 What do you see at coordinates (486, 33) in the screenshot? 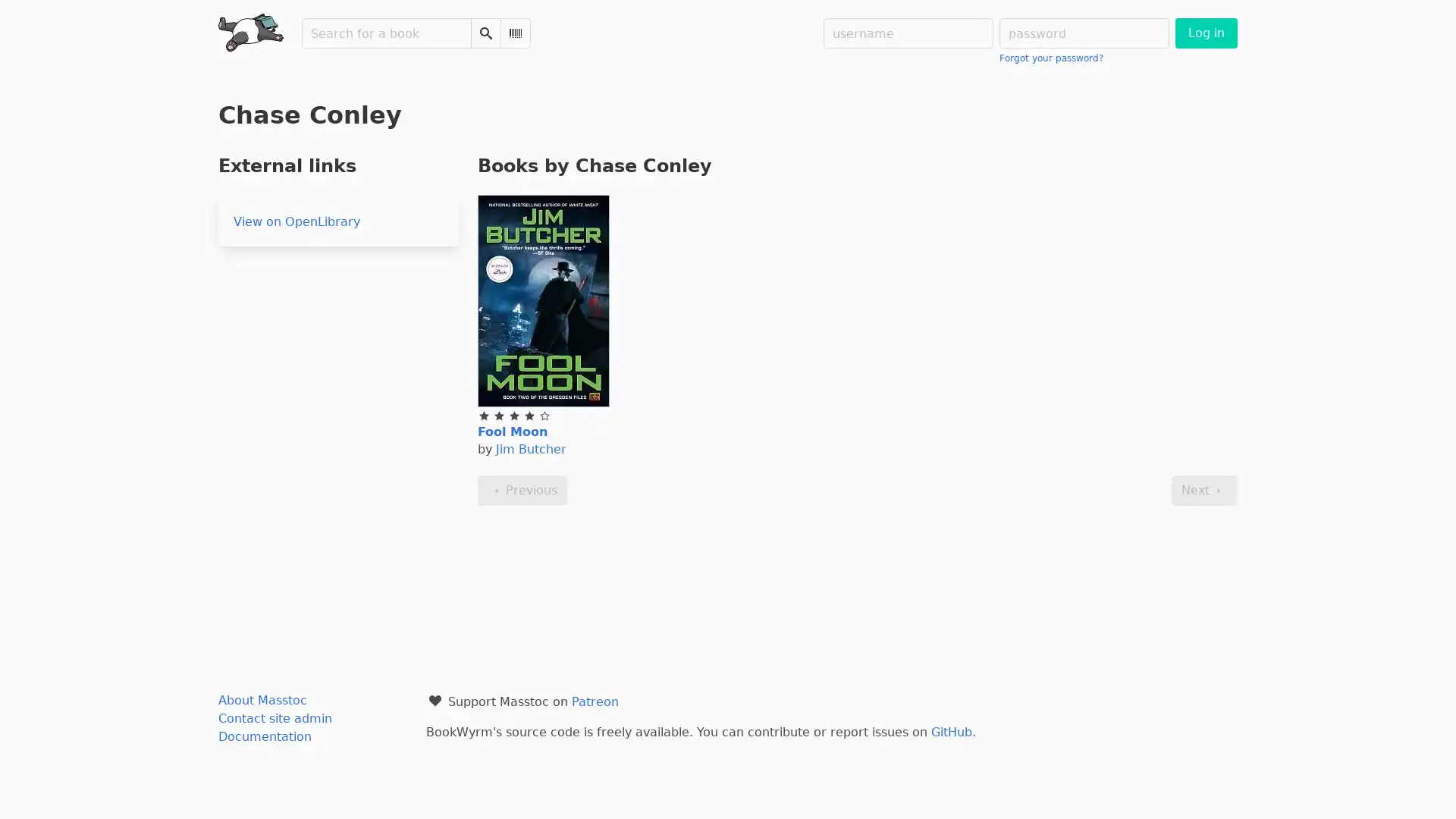
I see `Search` at bounding box center [486, 33].